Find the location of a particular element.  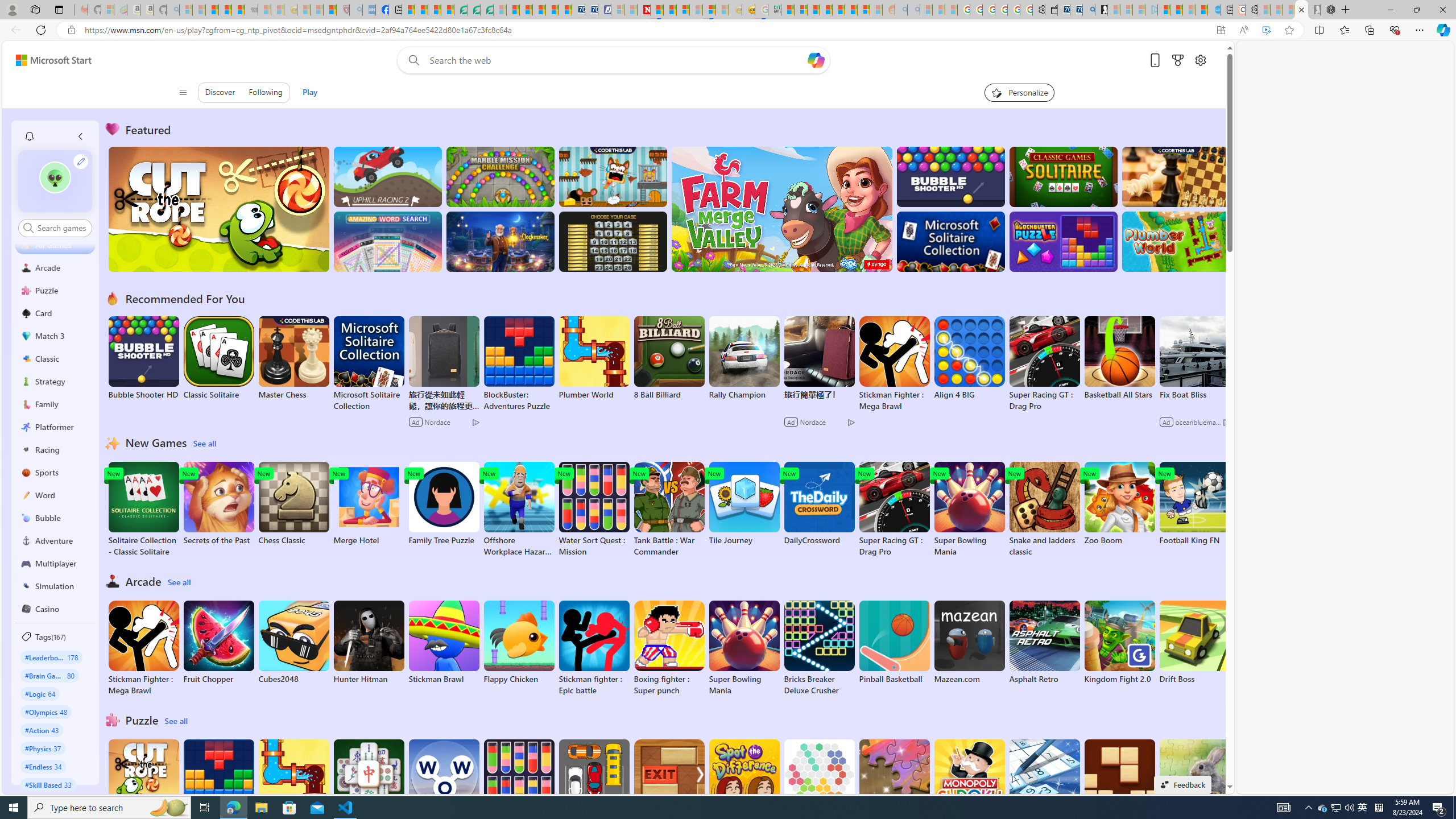

'Student Loan Update: Forgiveness Program Ends This Month' is located at coordinates (825, 9).